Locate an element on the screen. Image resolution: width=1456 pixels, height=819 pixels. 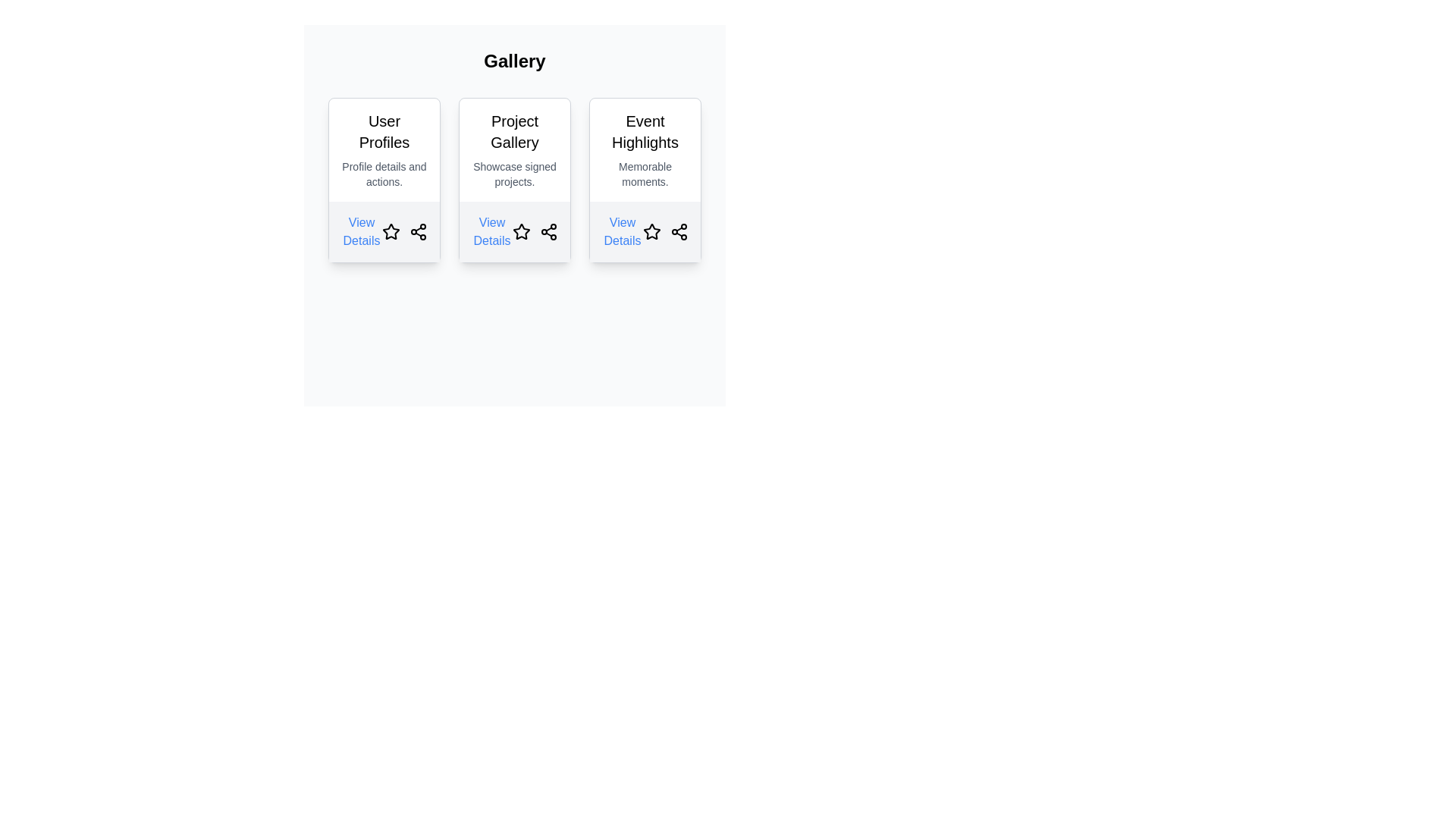
the star icon located at the bottom center of the 'Project Gallery' card to mark it as a favorite is located at coordinates (521, 231).